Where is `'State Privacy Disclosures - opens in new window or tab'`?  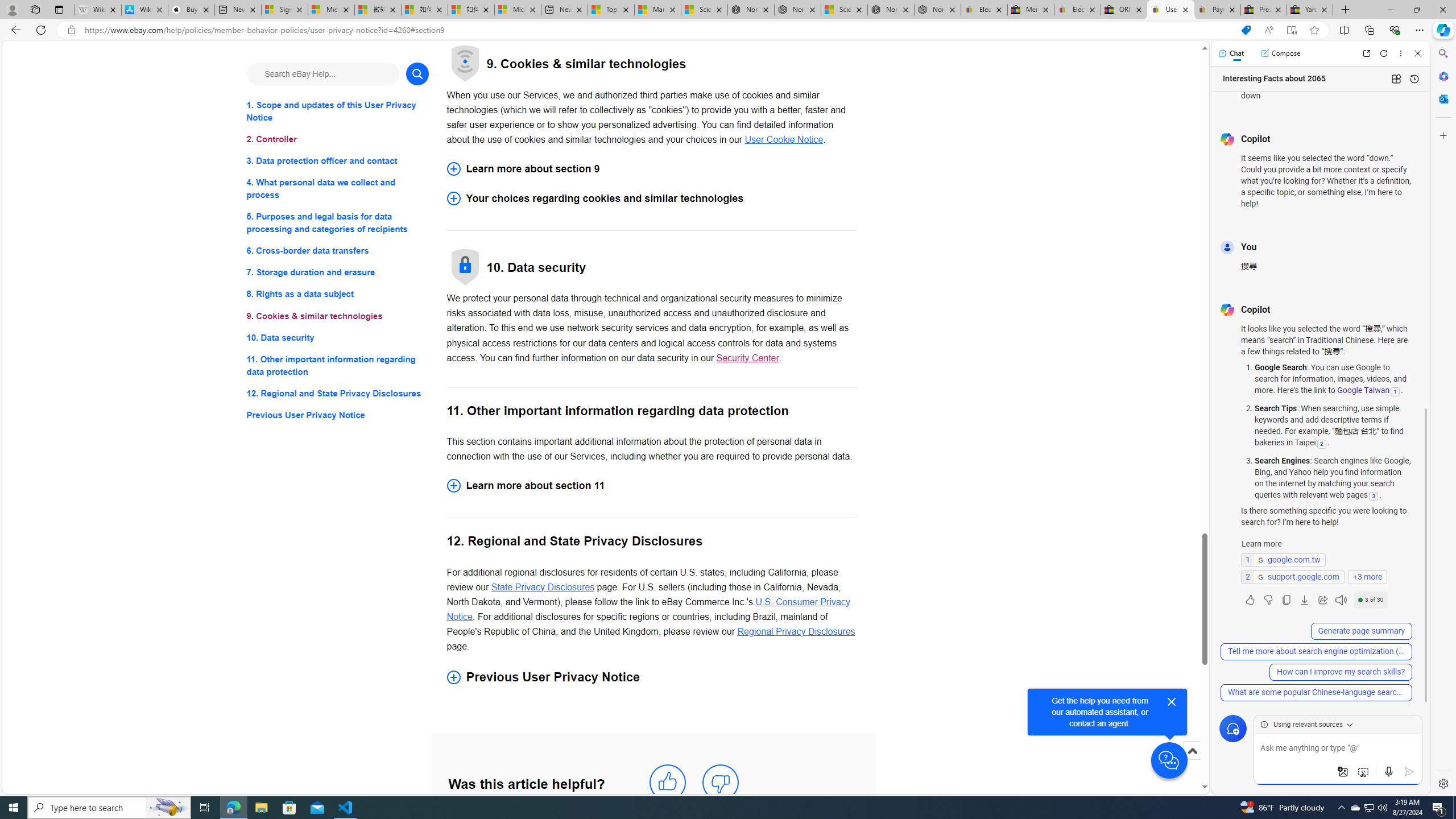
'State Privacy Disclosures - opens in new window or tab' is located at coordinates (542, 586).